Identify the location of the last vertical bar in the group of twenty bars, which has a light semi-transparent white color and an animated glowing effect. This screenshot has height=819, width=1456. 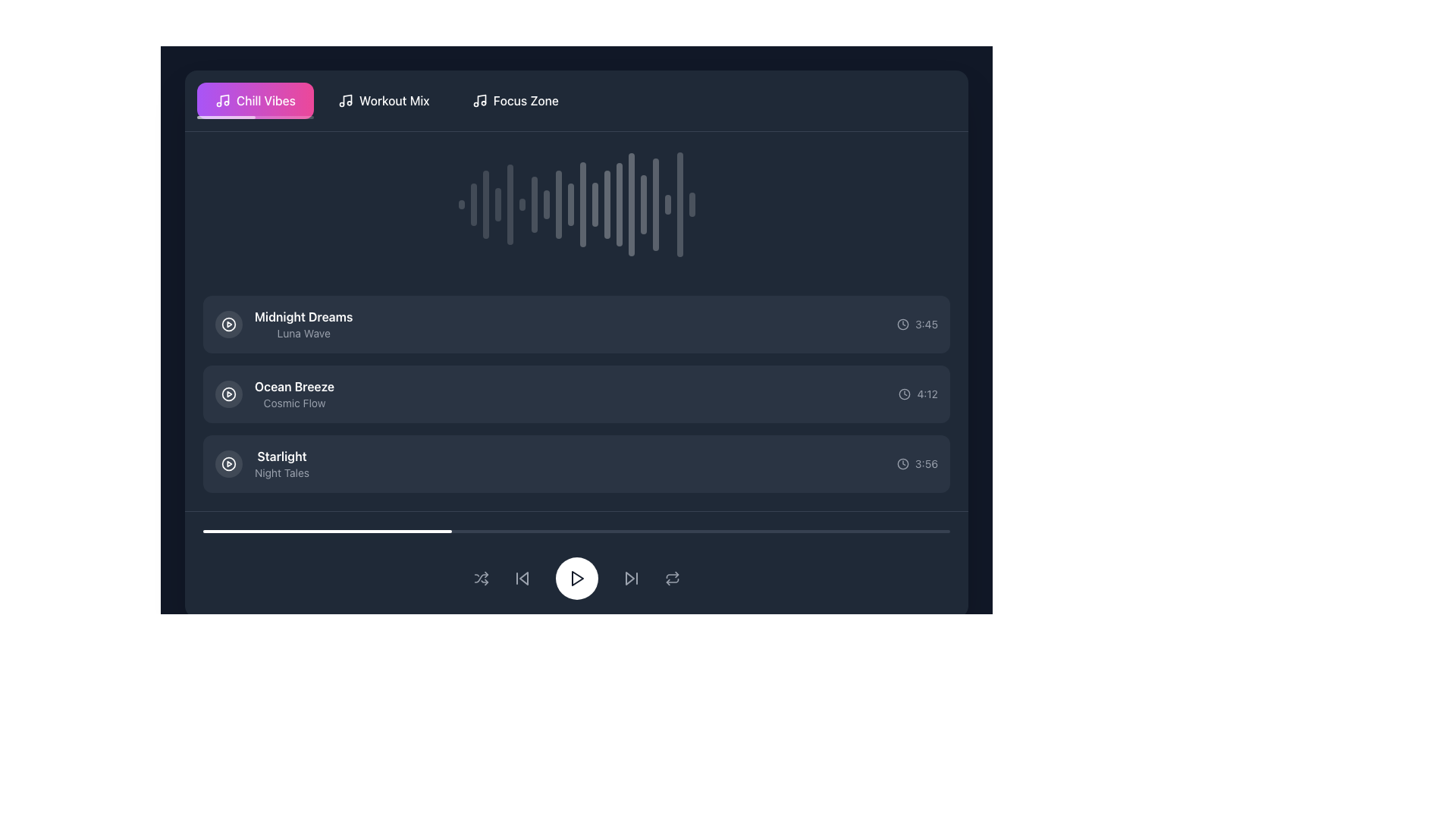
(691, 205).